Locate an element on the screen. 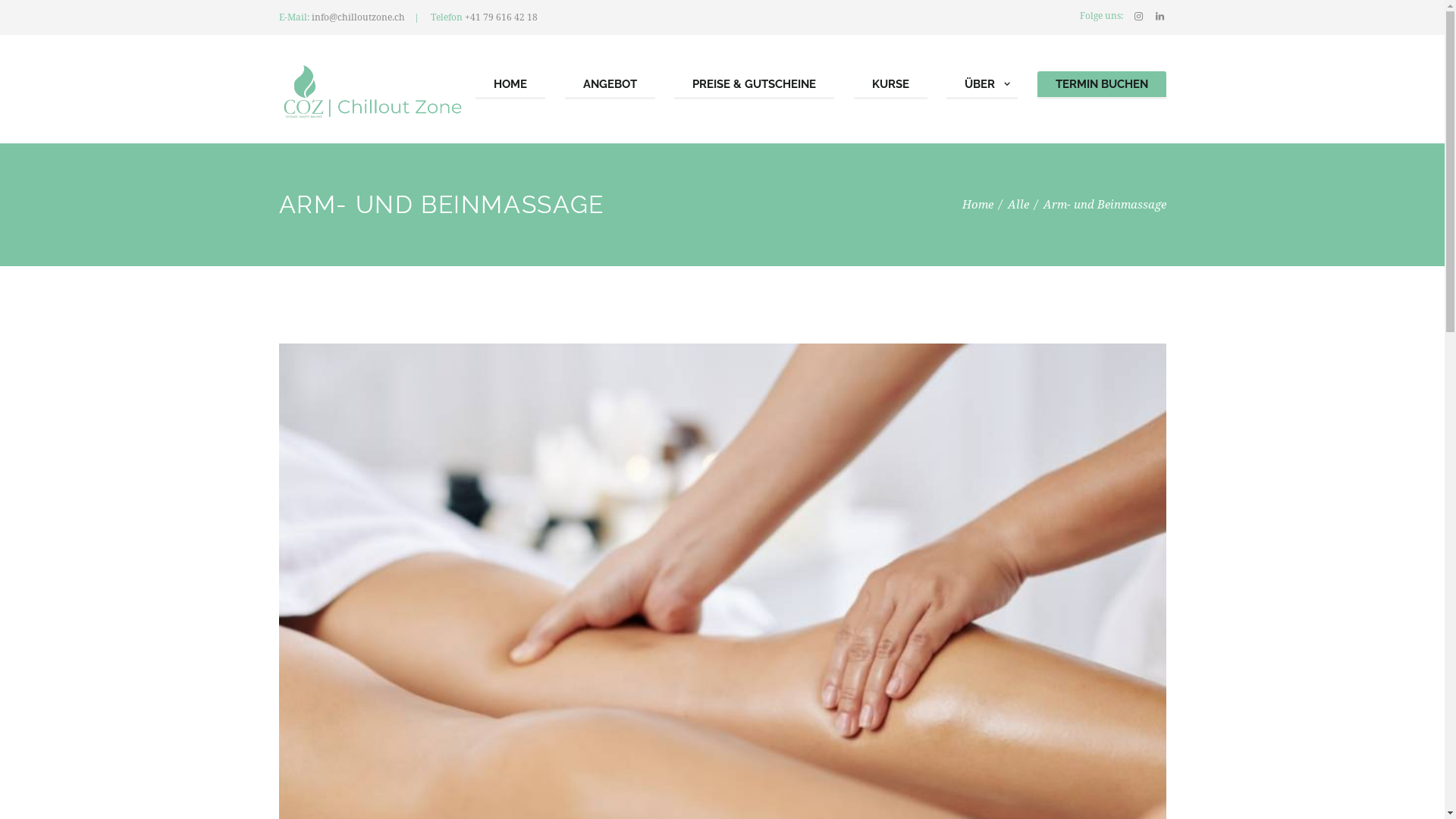 This screenshot has width=1456, height=819. '+41 79 616 42 18' is located at coordinates (500, 17).